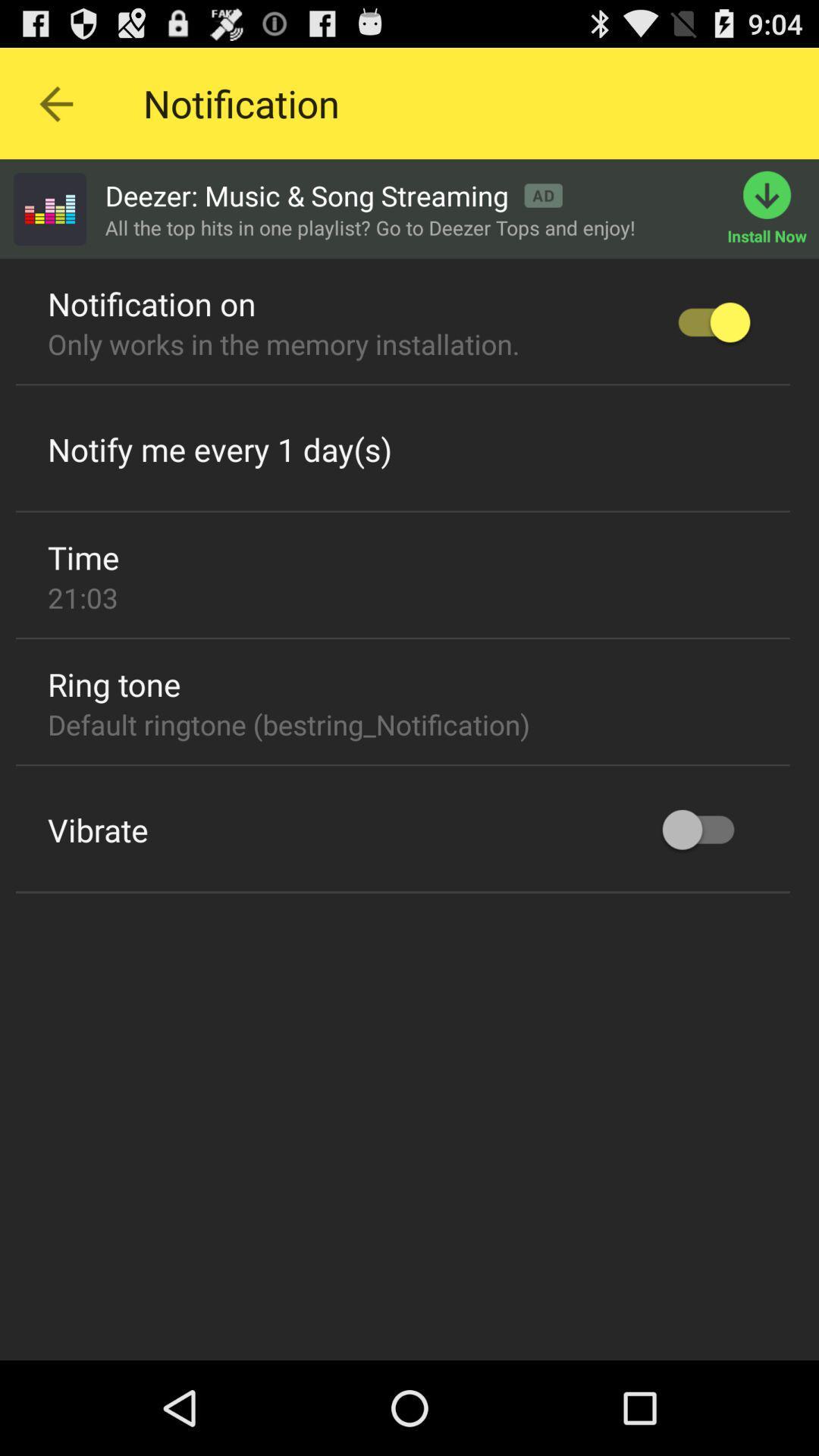 The width and height of the screenshot is (819, 1456). Describe the element at coordinates (333, 195) in the screenshot. I see `the item next to the install now icon` at that location.